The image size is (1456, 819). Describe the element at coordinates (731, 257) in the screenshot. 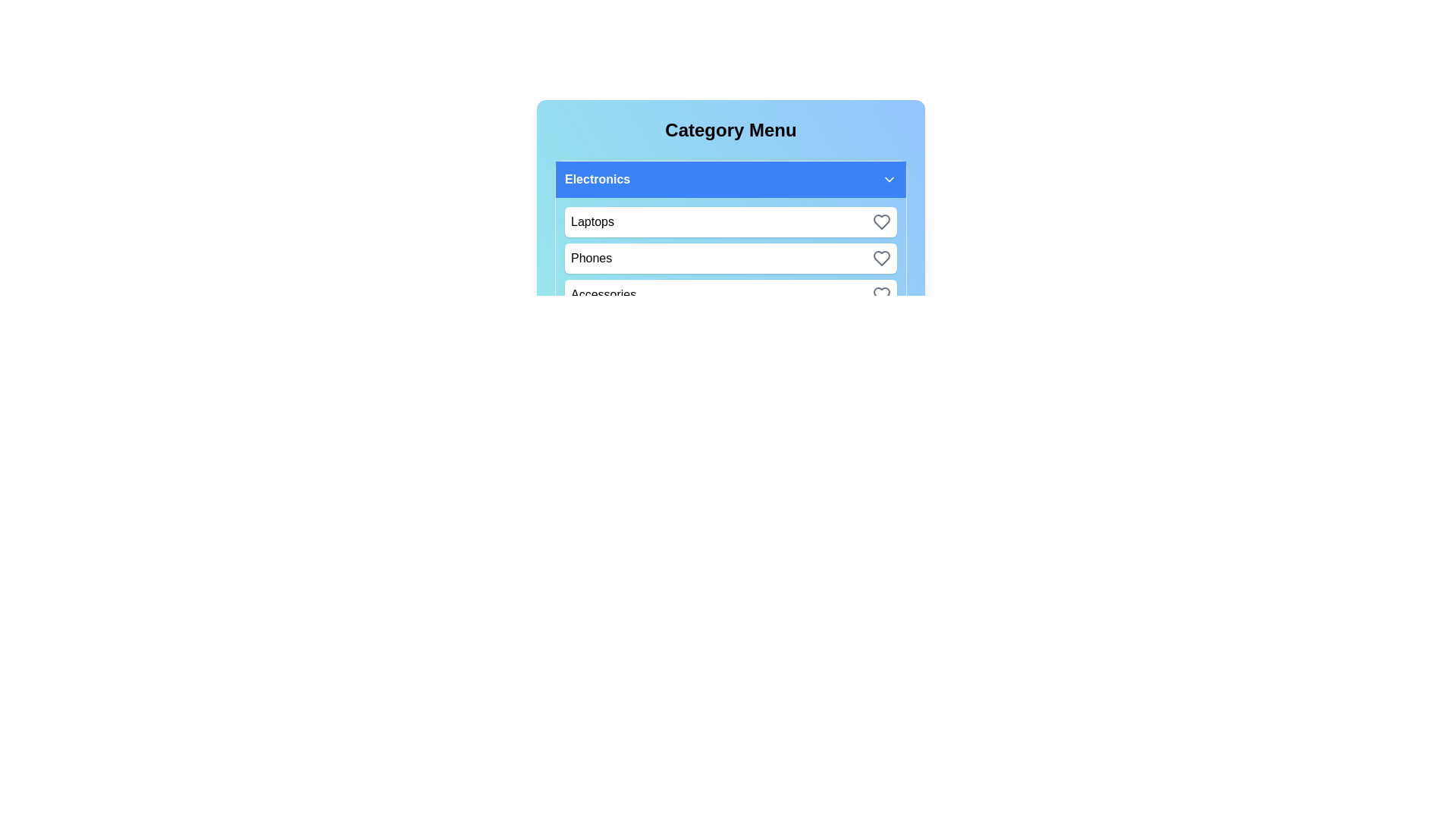

I see `the 'Phones' menu item located` at that location.